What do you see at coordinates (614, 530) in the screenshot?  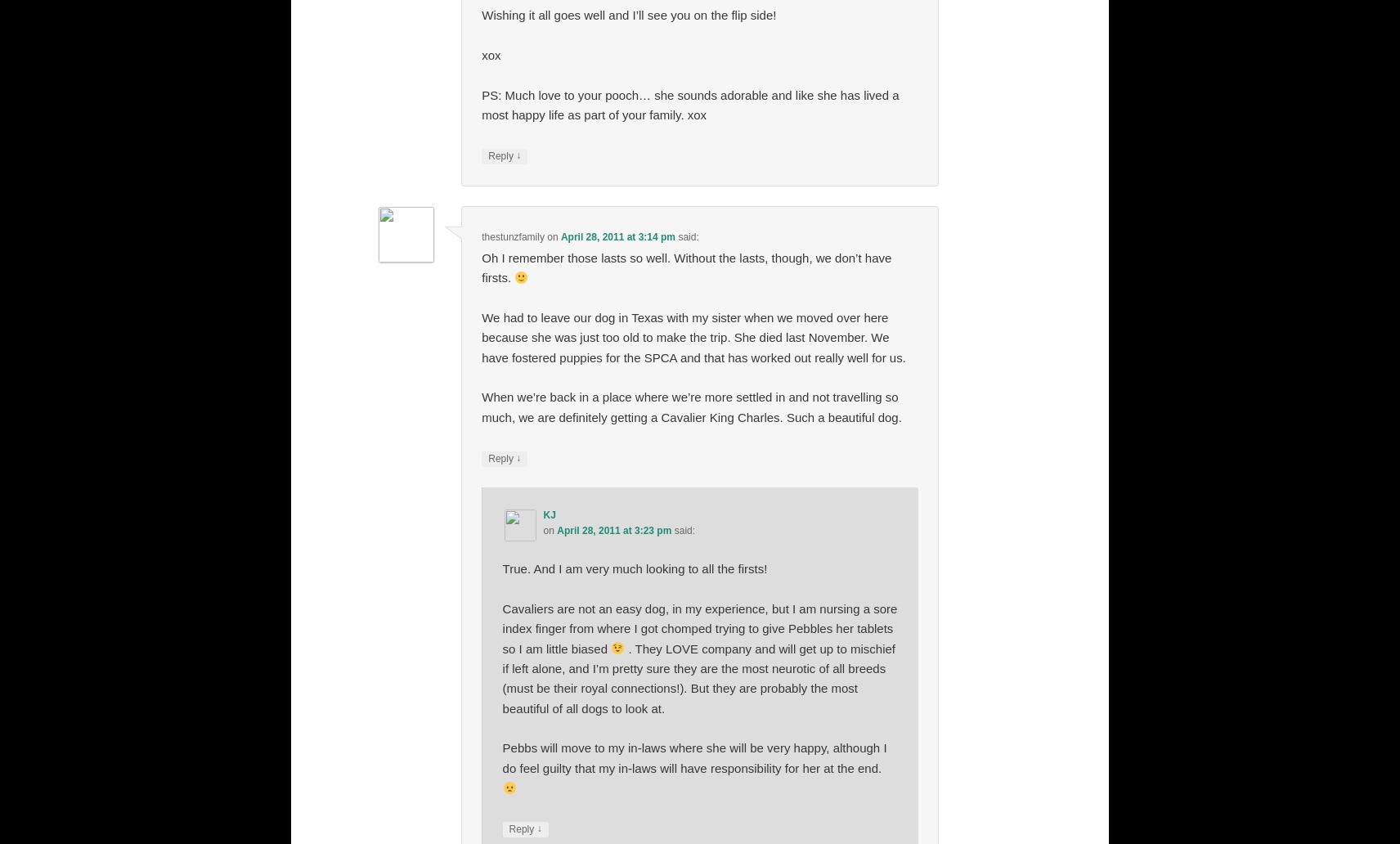 I see `'April 28, 2011 at 3:23 pm'` at bounding box center [614, 530].